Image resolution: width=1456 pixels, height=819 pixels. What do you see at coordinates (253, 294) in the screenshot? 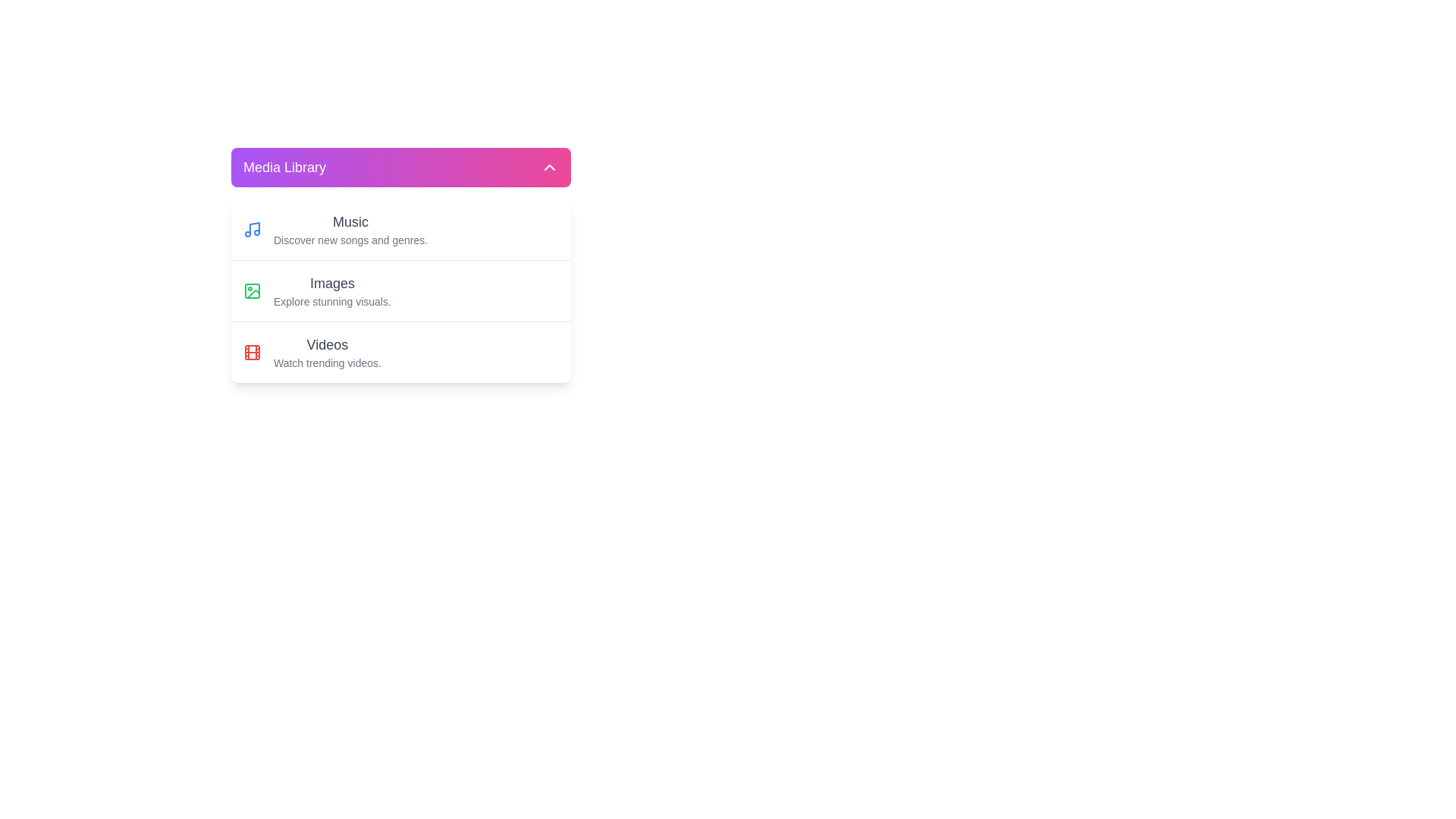
I see `the state of the diagonal line forming part of the landscape in the green 'Images' icon within the 'Media Library' menu, located to the right of the 'Images' text label` at bounding box center [253, 294].